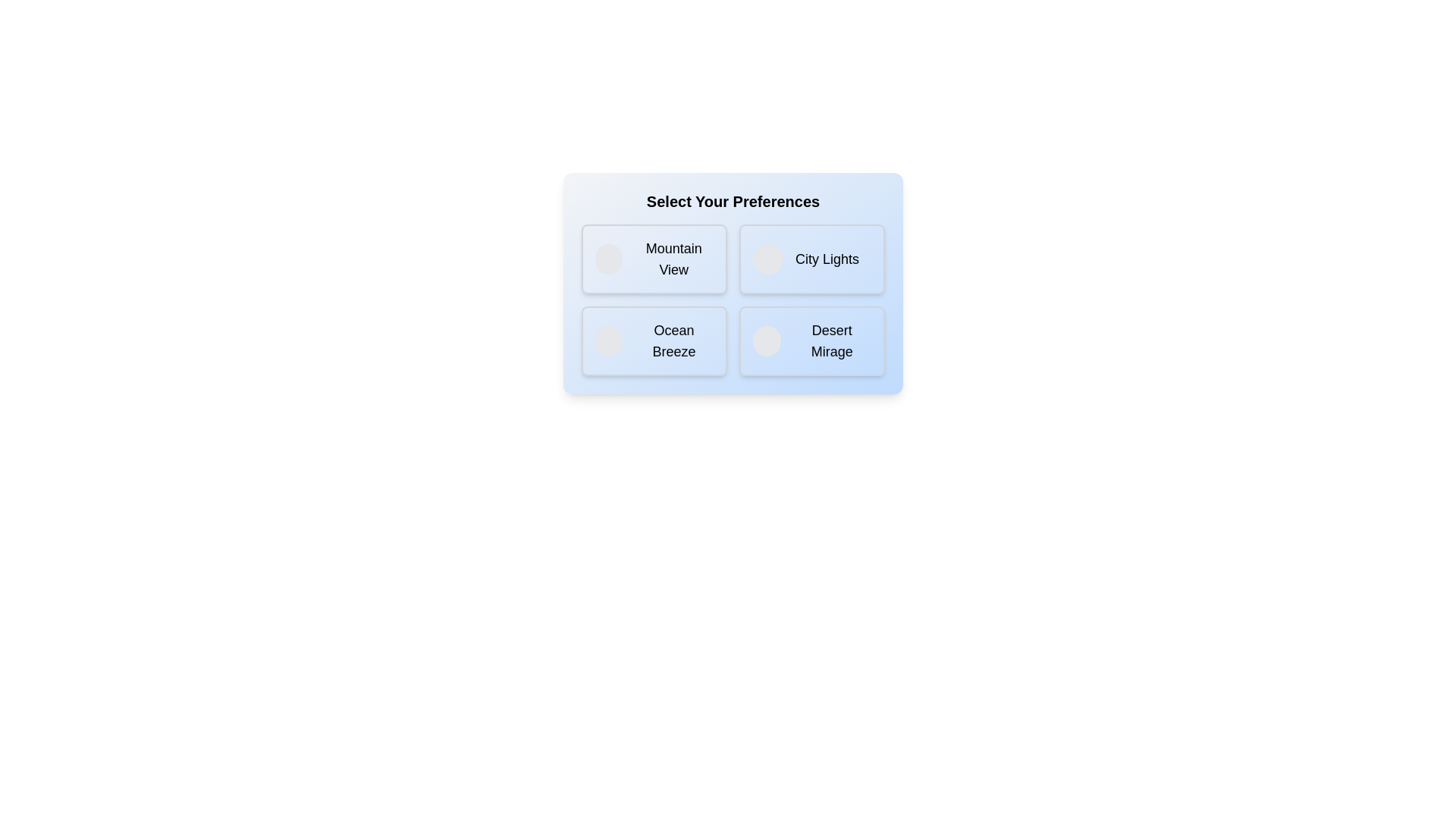 Image resolution: width=1456 pixels, height=819 pixels. I want to click on the option labeled Ocean Breeze to observe visual feedback, so click(654, 341).